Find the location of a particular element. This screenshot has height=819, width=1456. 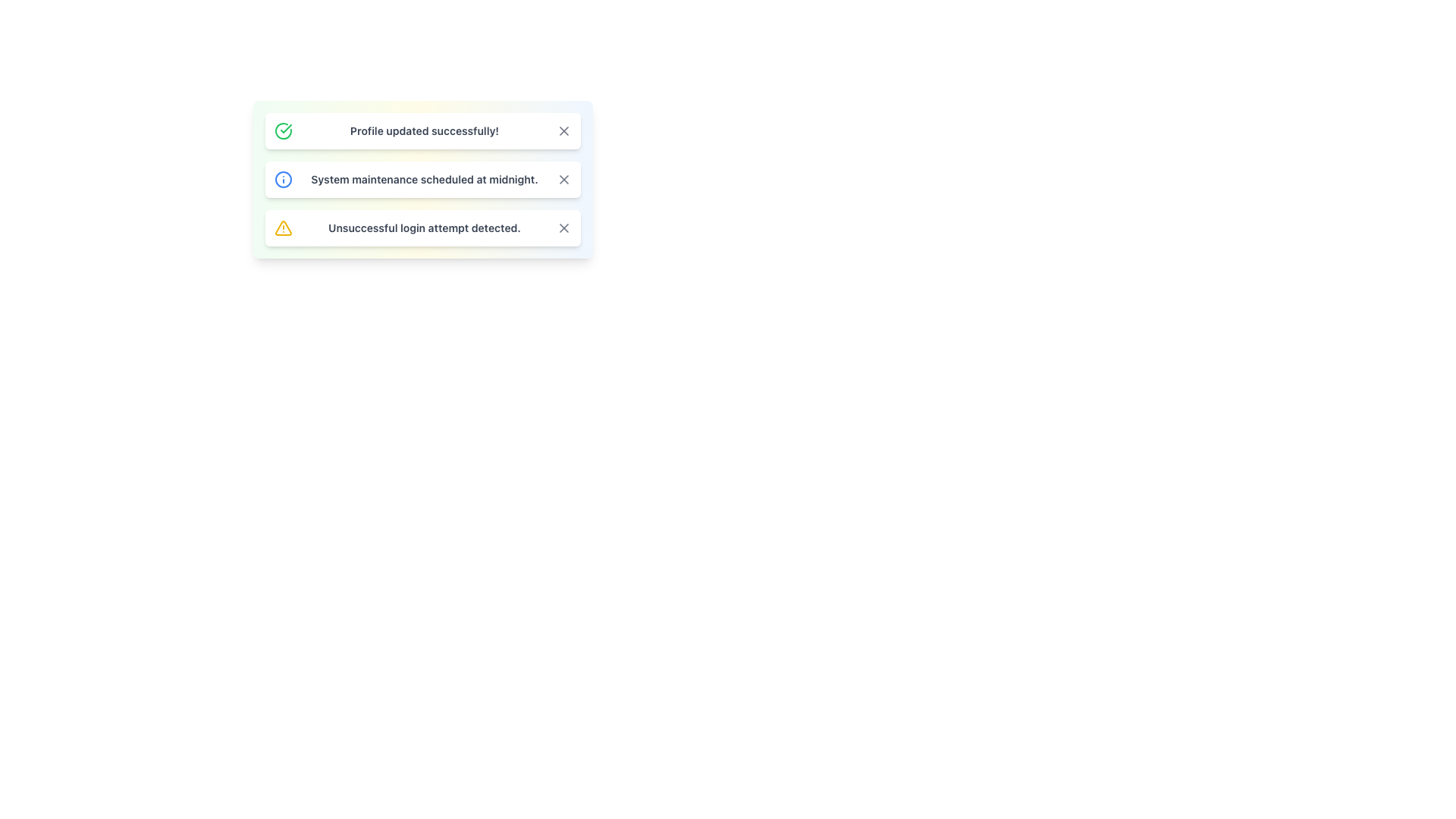

the green circular icon with a checkmark indicating success, located to the left of the 'Profile updated successfully!' text in the notification card is located at coordinates (284, 130).